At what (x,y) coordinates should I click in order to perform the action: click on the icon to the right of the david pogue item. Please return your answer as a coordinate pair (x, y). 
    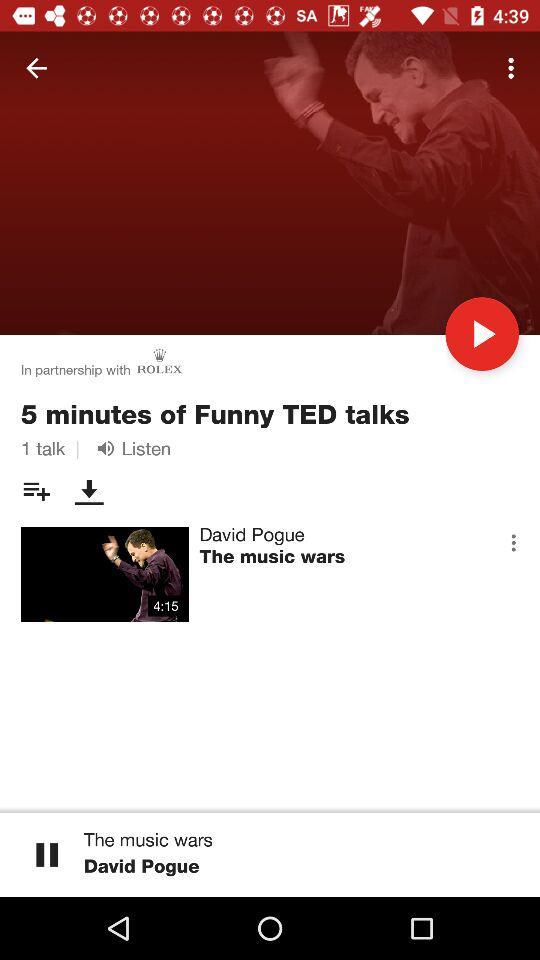
    Looking at the image, I should click on (513, 542).